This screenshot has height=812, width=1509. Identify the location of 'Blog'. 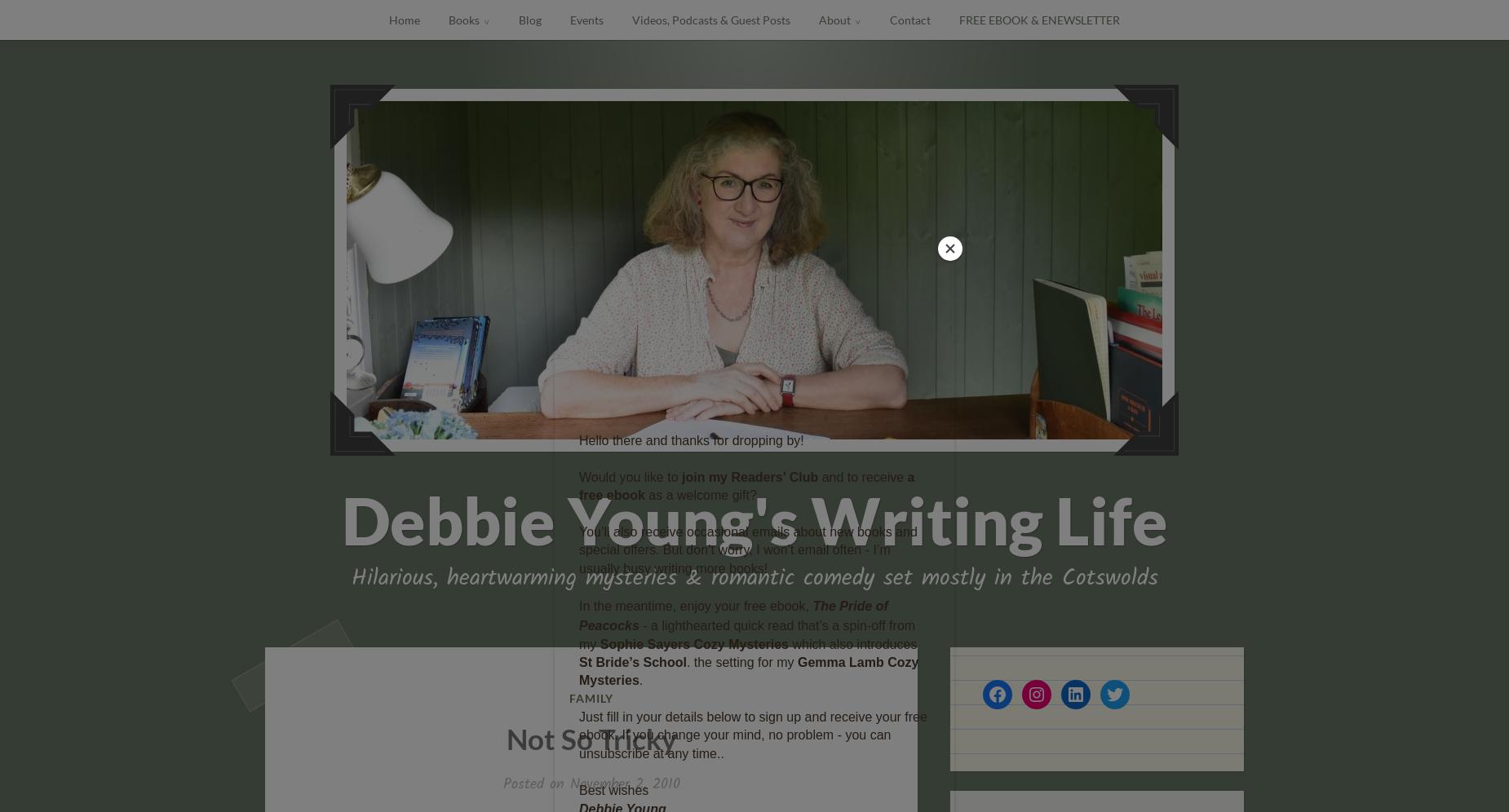
(530, 20).